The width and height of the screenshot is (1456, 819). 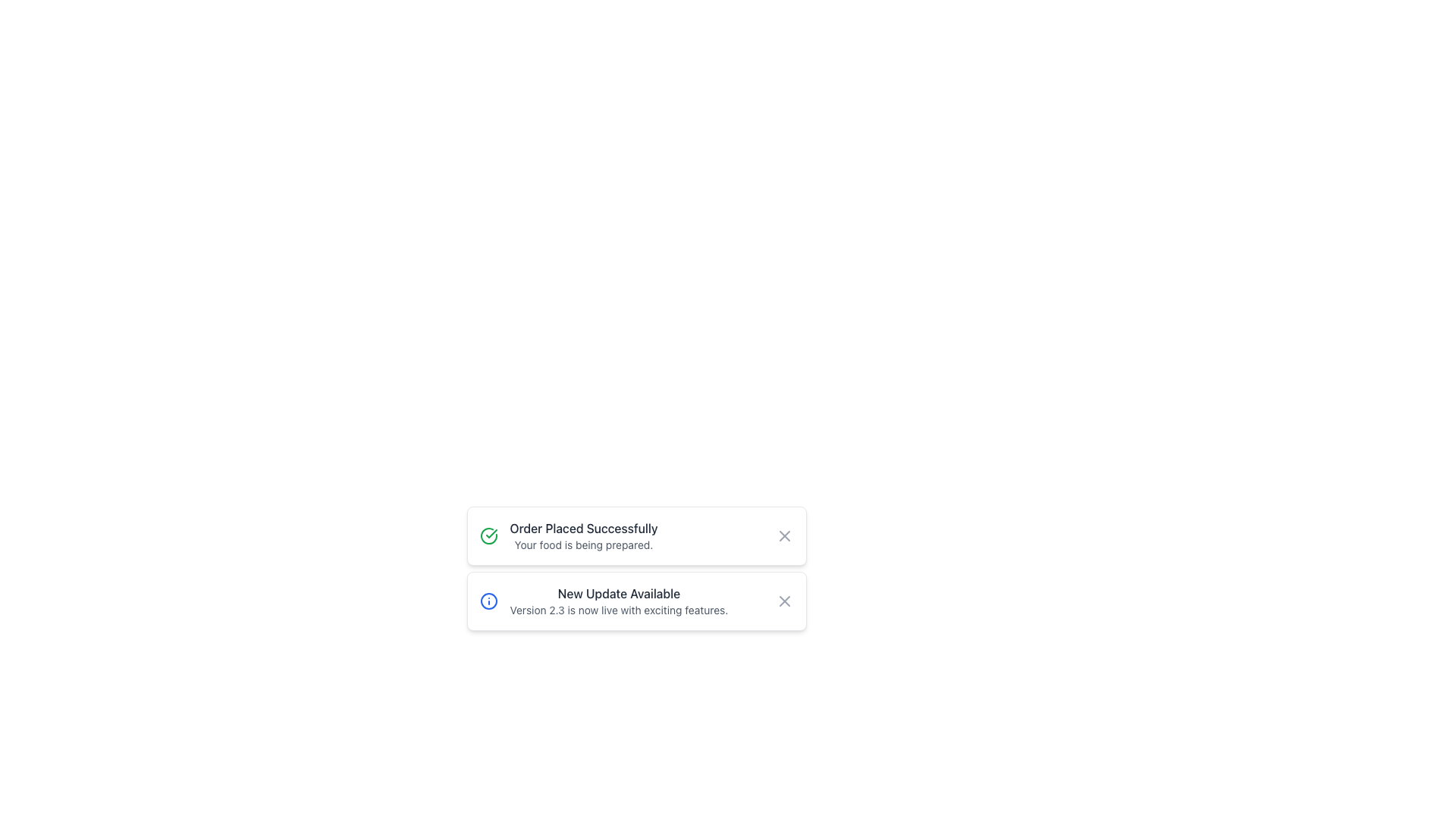 I want to click on the diagonal line forming part of the 'X' shape within the notification card titled 'Order Placed Successfully', so click(x=784, y=535).